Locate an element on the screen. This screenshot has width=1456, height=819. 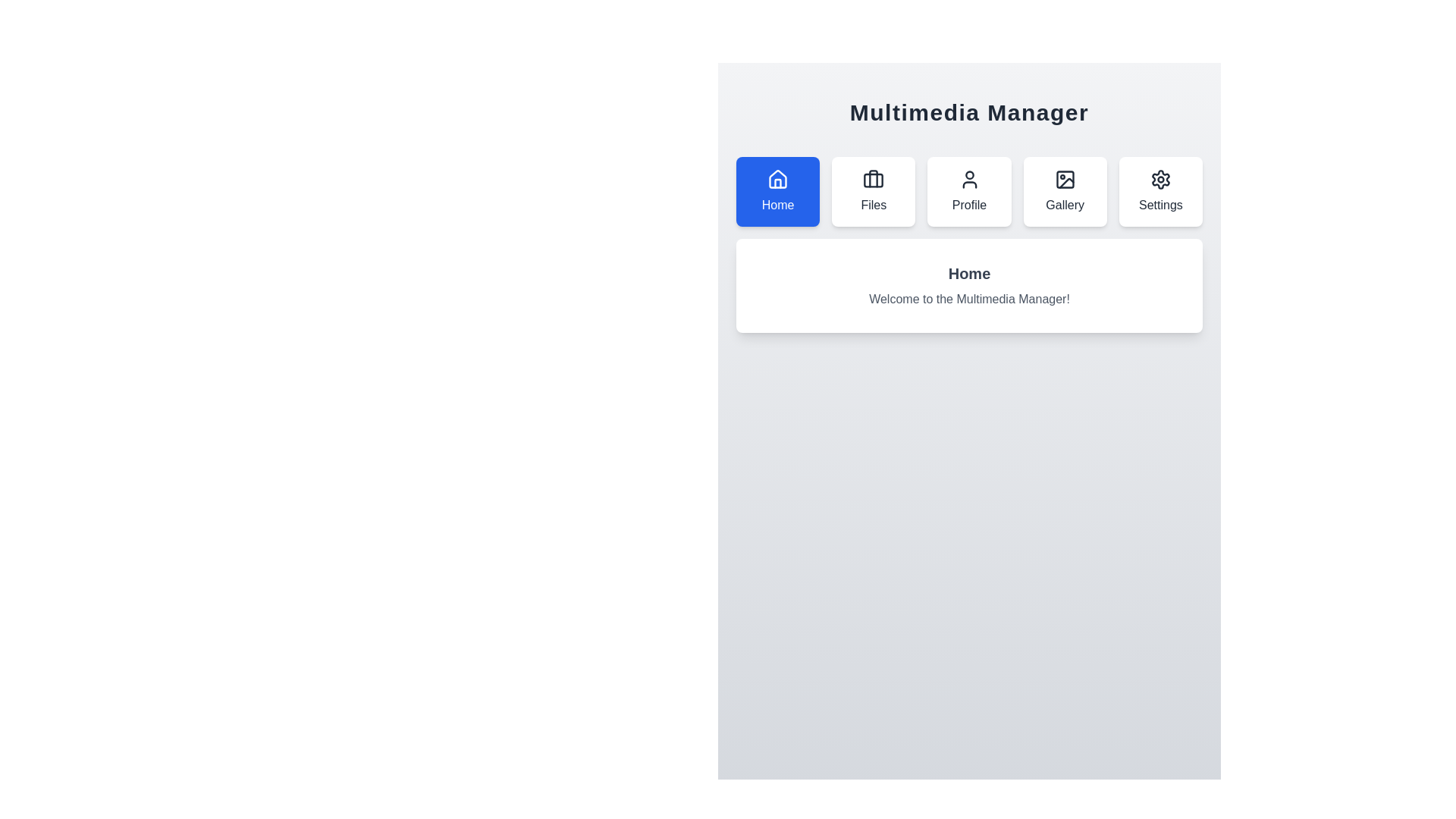
the user profile icon located in the 'Profile' card, which is the third card in a horizontal row of similar cards, centered below the label text 'Profile' is located at coordinates (968, 178).